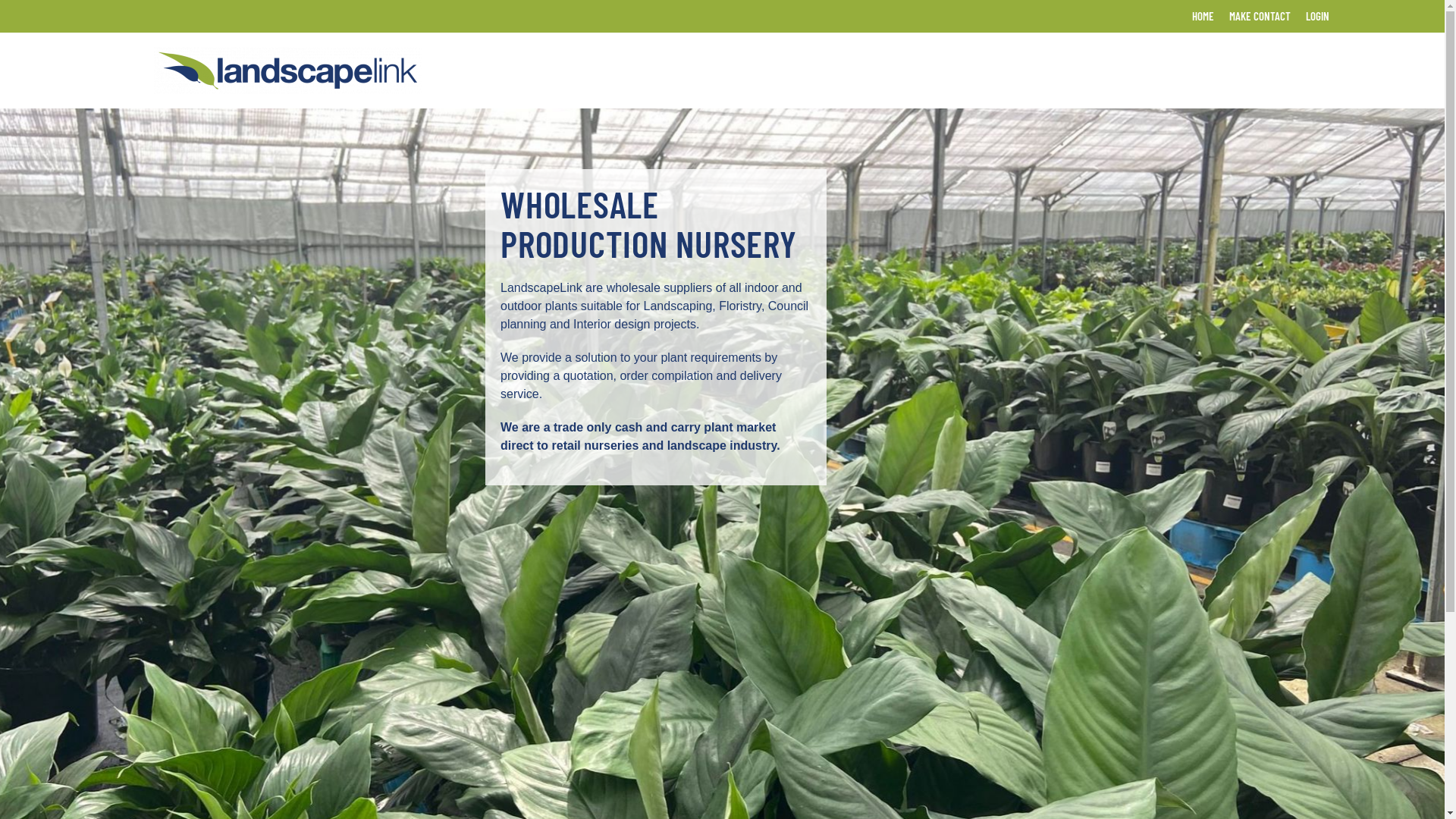 The width and height of the screenshot is (1456, 819). I want to click on 'MAKE CONTACT', so click(1259, 16).